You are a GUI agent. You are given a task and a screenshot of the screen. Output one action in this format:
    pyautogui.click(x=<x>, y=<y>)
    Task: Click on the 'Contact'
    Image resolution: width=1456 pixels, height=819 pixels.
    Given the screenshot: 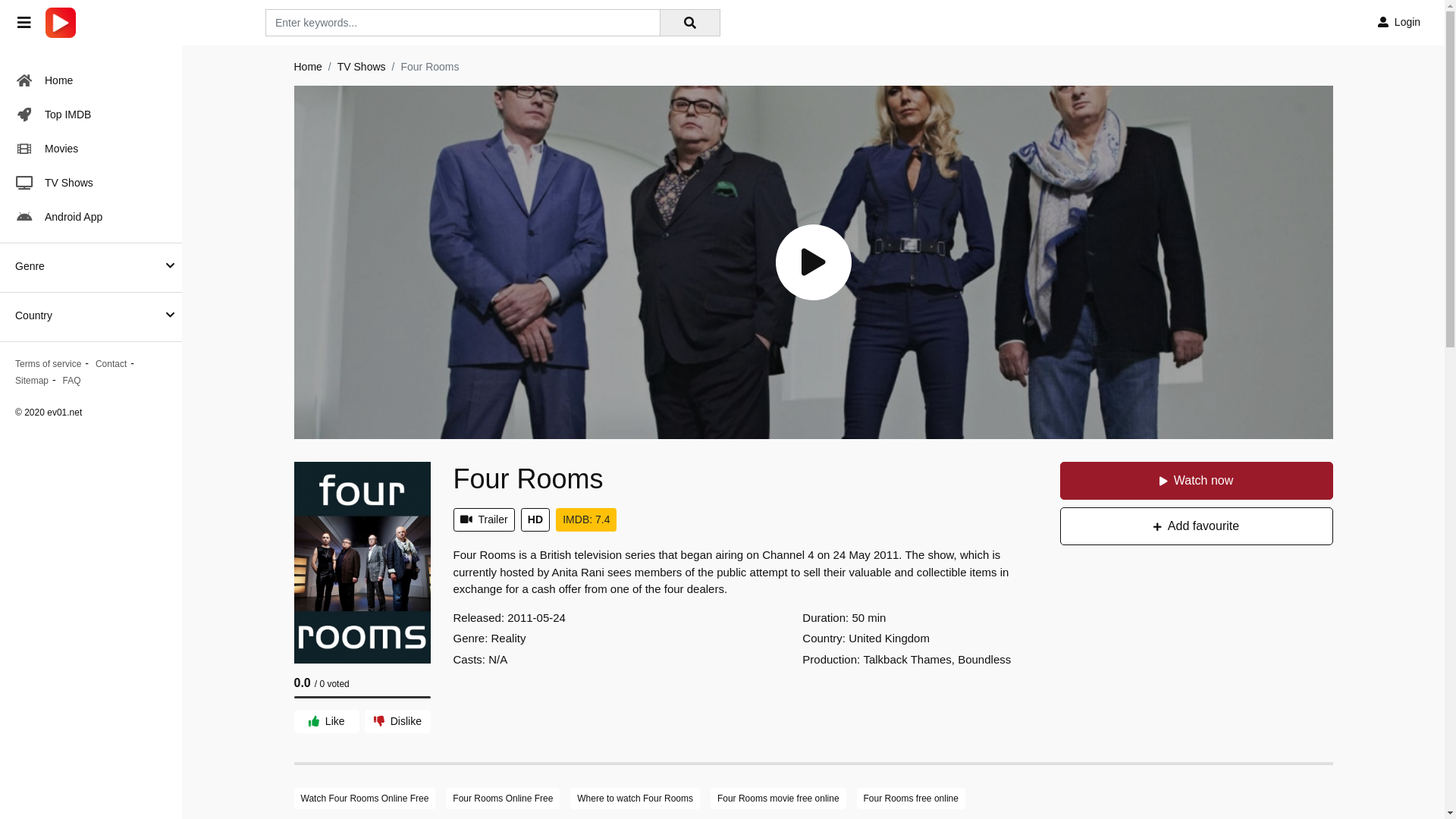 What is the action you would take?
    pyautogui.click(x=110, y=364)
    